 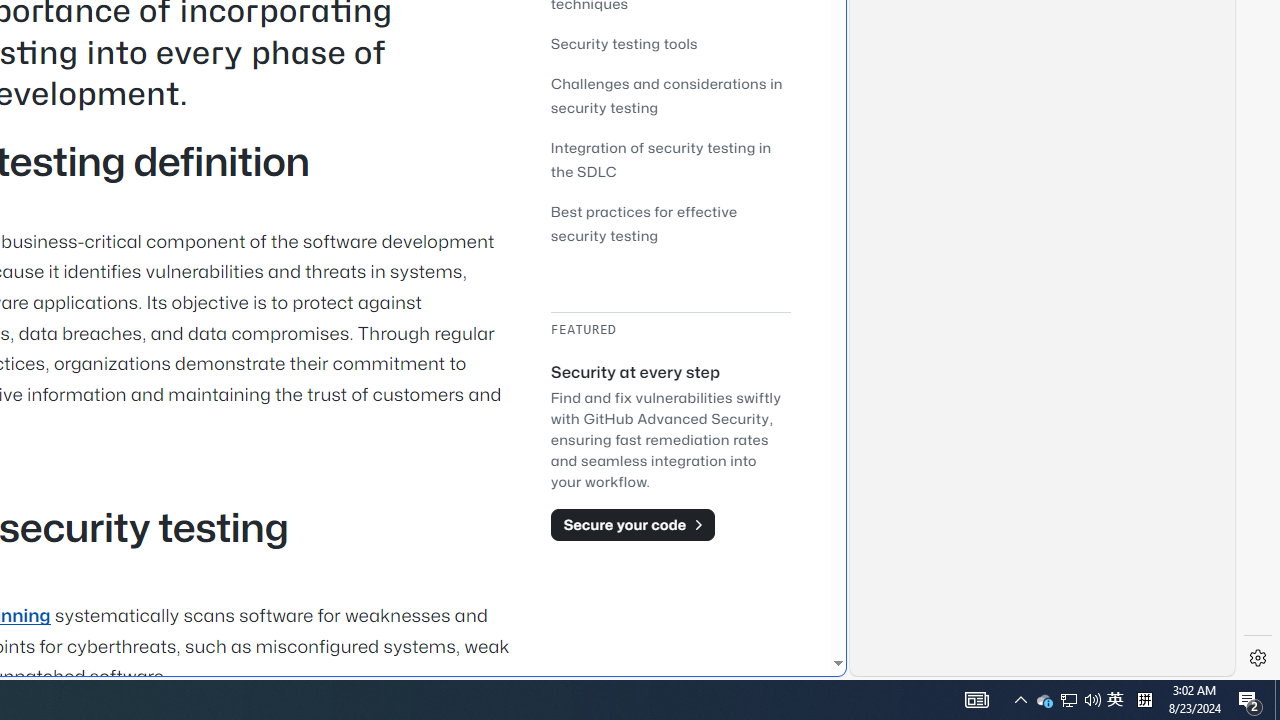 I want to click on 'Security testing tools', so click(x=670, y=43).